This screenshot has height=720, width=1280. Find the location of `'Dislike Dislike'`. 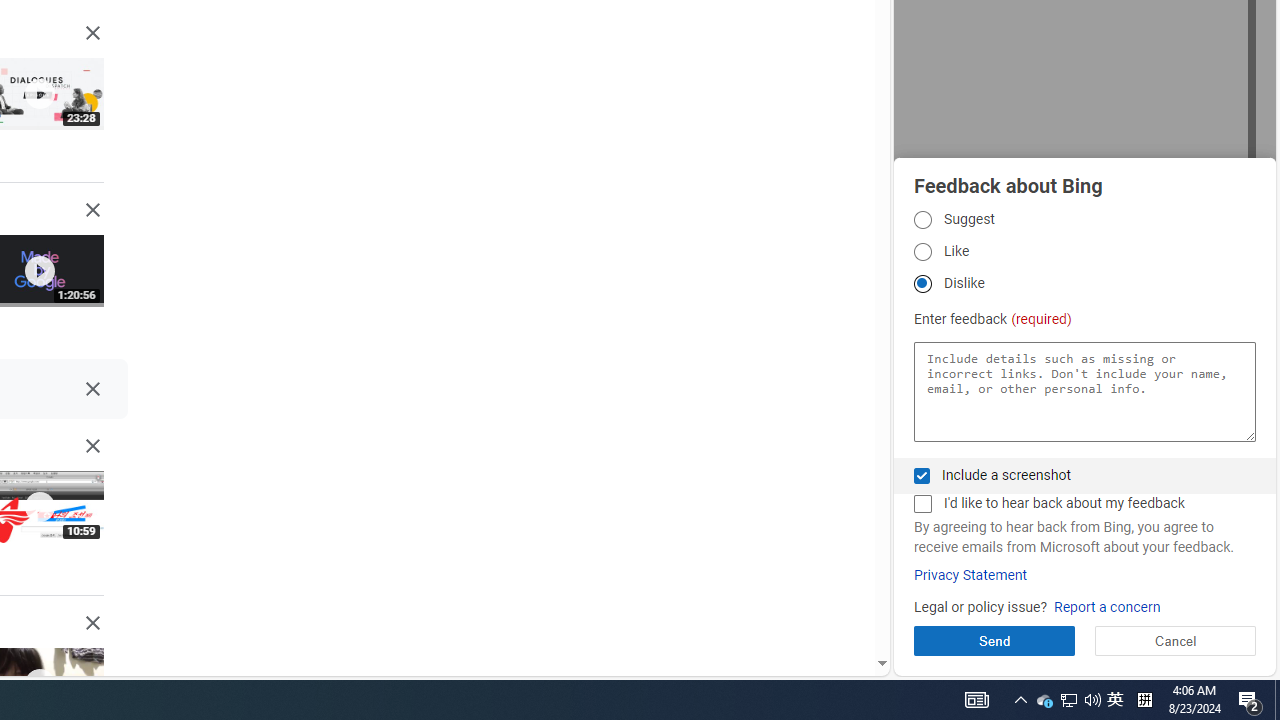

'Dislike Dislike' is located at coordinates (921, 284).